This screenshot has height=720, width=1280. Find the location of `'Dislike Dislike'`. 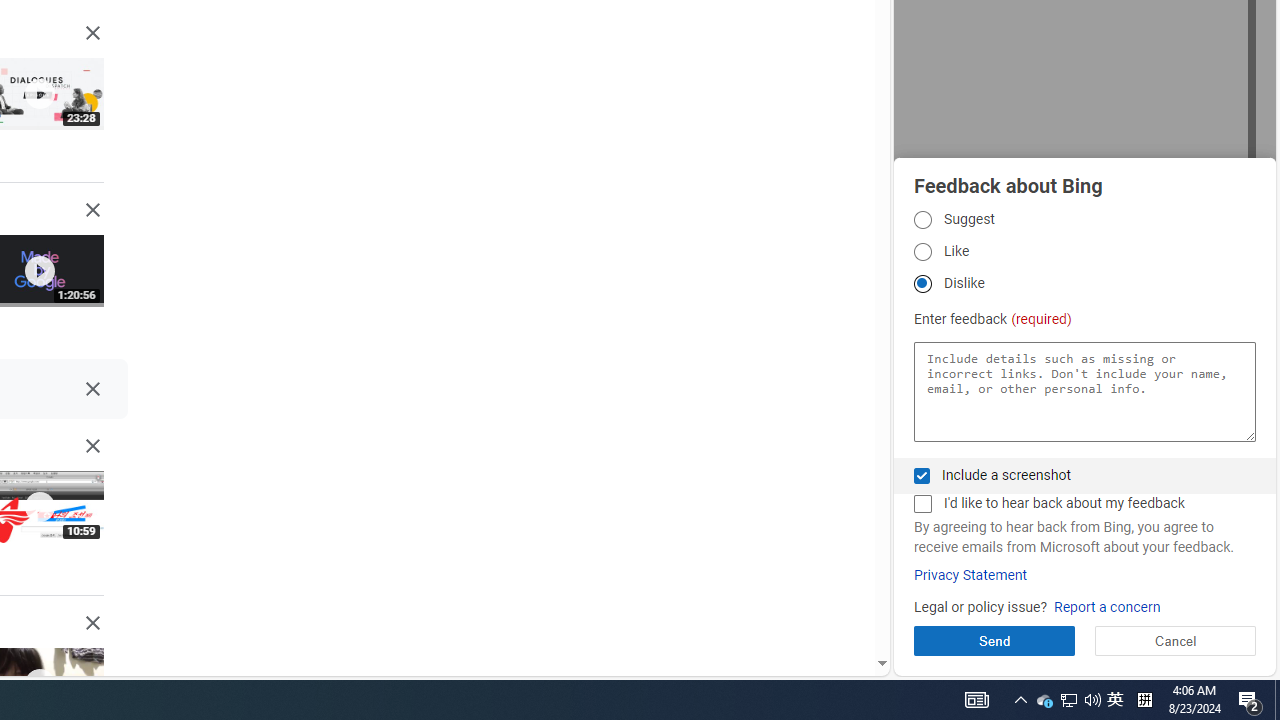

'Dislike Dislike' is located at coordinates (921, 284).